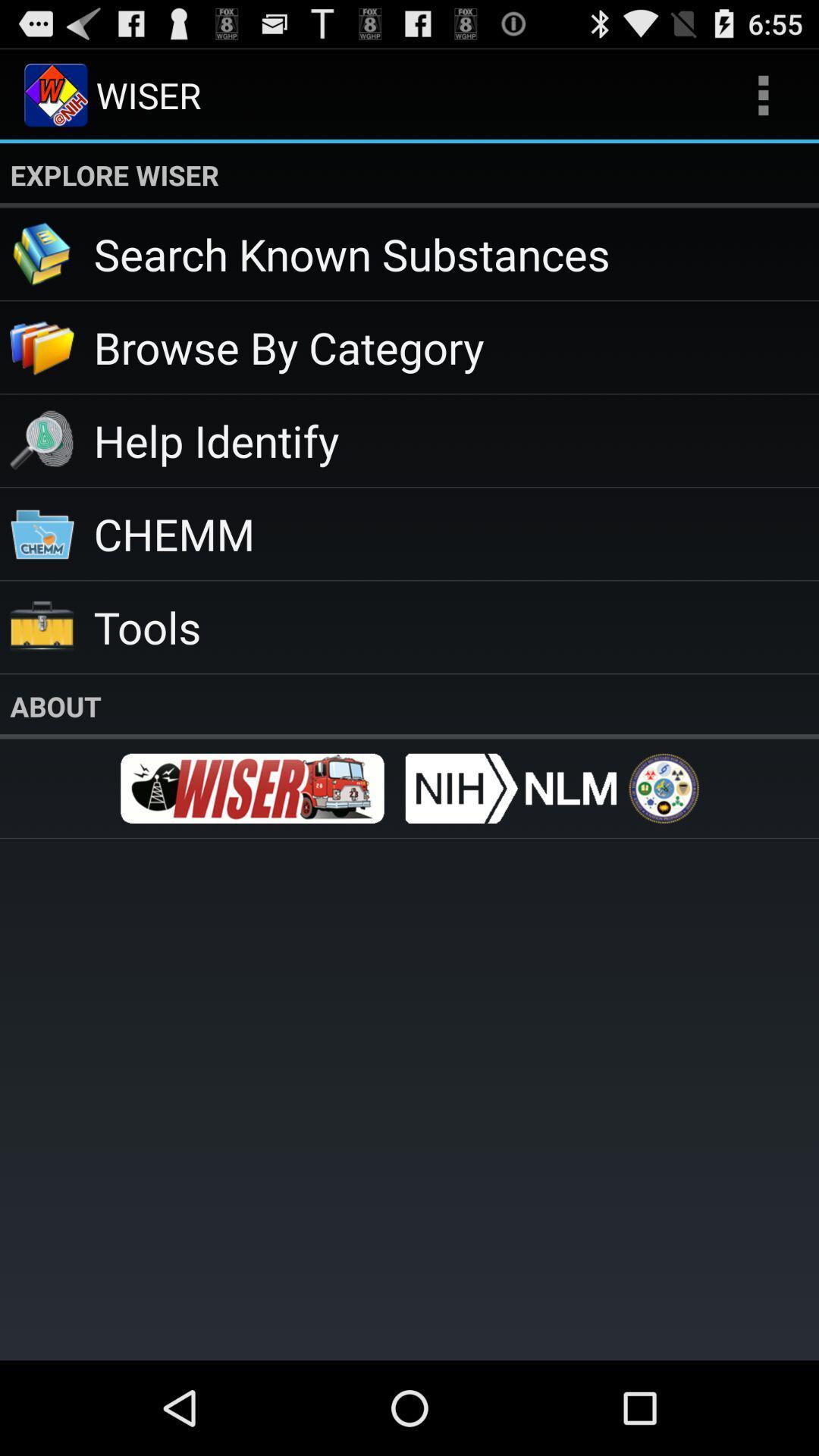  Describe the element at coordinates (763, 94) in the screenshot. I see `the item next to wiser app` at that location.